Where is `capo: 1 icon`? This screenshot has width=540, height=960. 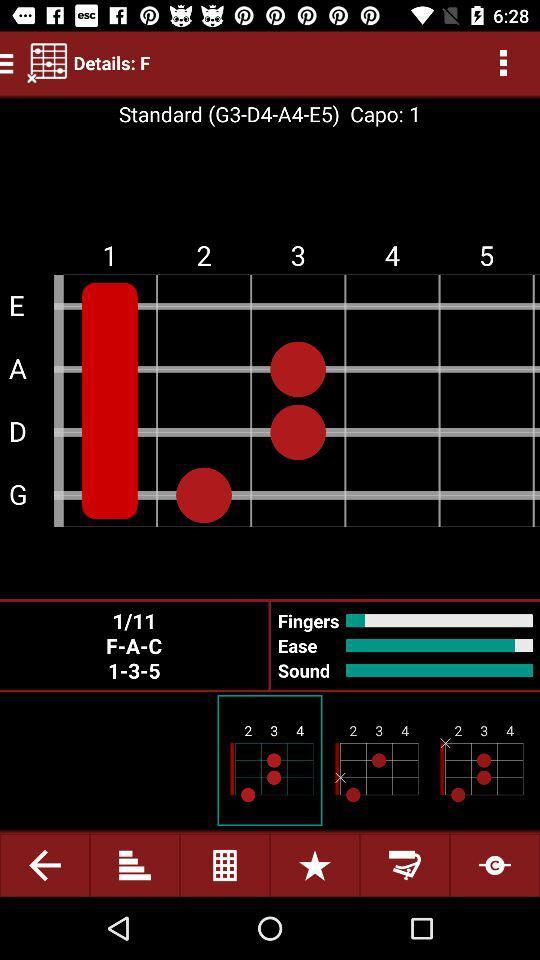 capo: 1 icon is located at coordinates (380, 114).